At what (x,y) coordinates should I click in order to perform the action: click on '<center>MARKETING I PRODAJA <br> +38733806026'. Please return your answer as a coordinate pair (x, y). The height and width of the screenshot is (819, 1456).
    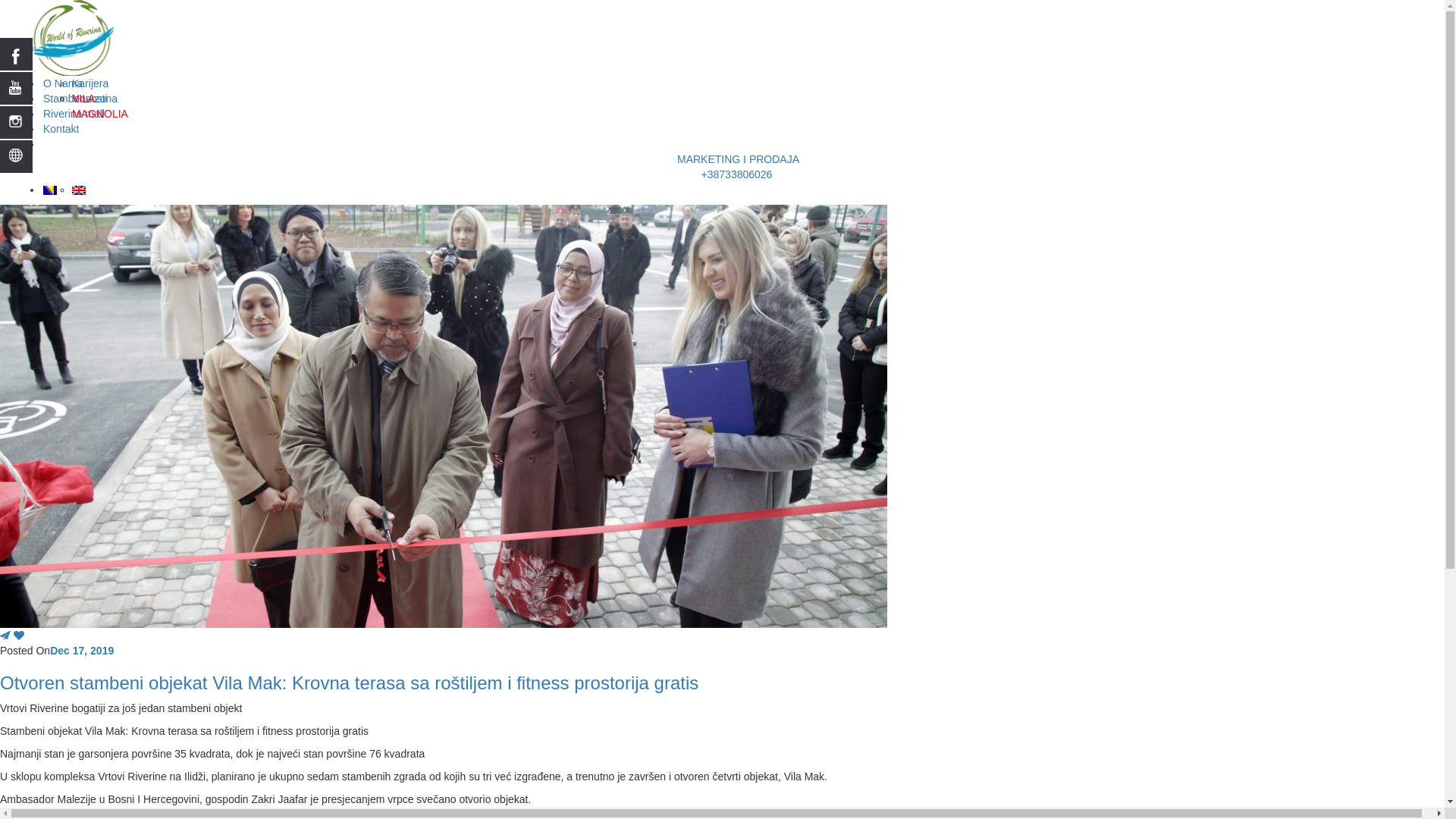
    Looking at the image, I should click on (43, 143).